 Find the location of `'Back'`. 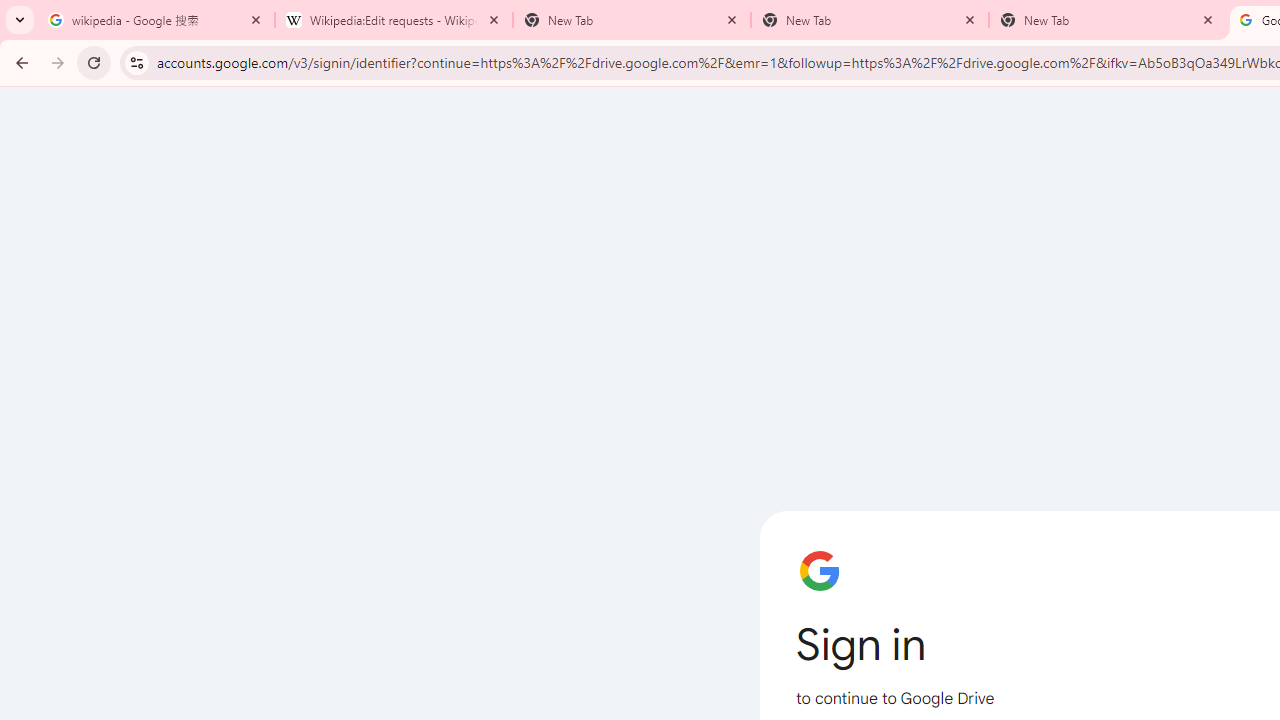

'Back' is located at coordinates (19, 61).